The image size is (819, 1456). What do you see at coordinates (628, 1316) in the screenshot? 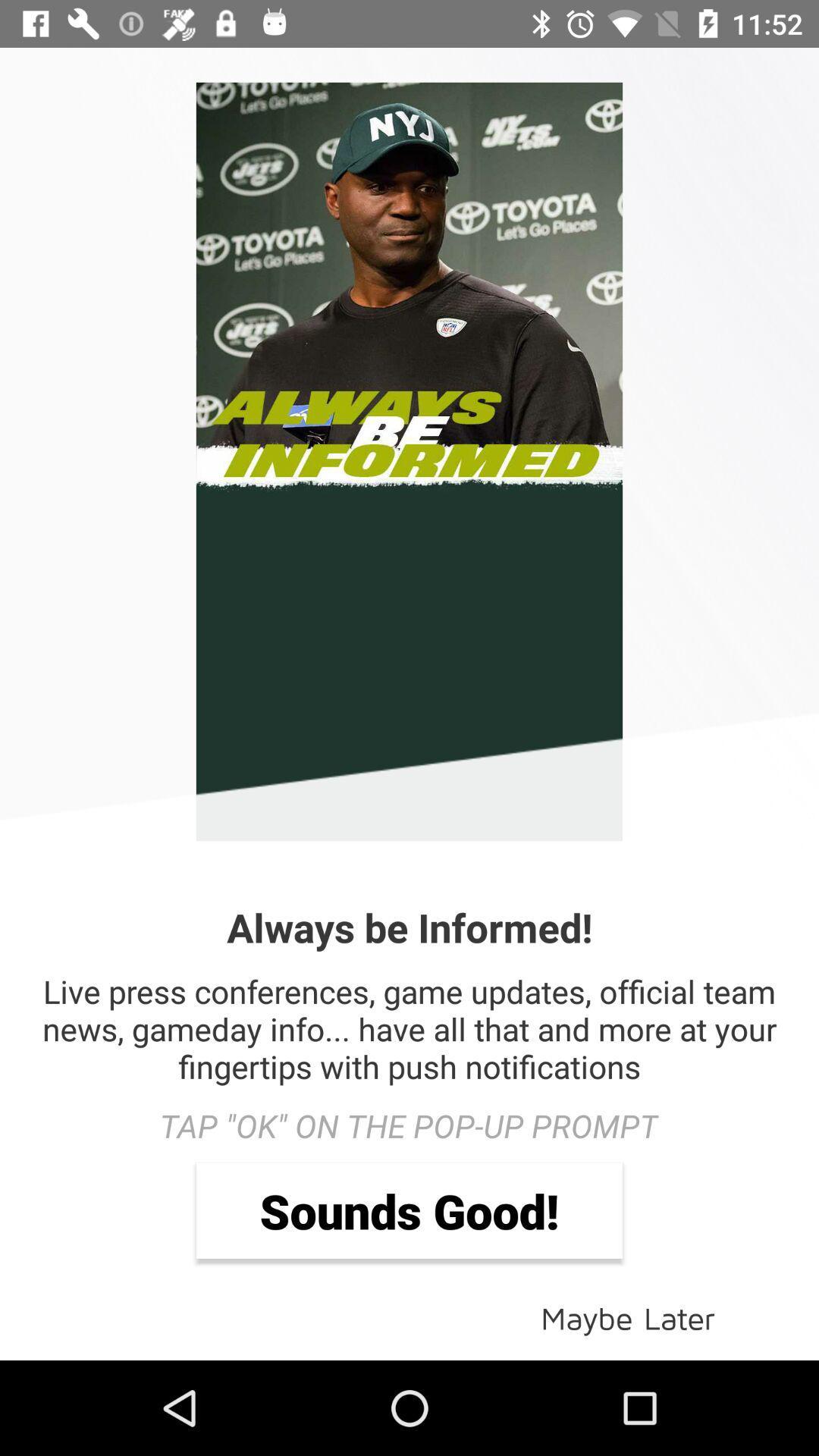
I see `icon at the bottom right corner` at bounding box center [628, 1316].